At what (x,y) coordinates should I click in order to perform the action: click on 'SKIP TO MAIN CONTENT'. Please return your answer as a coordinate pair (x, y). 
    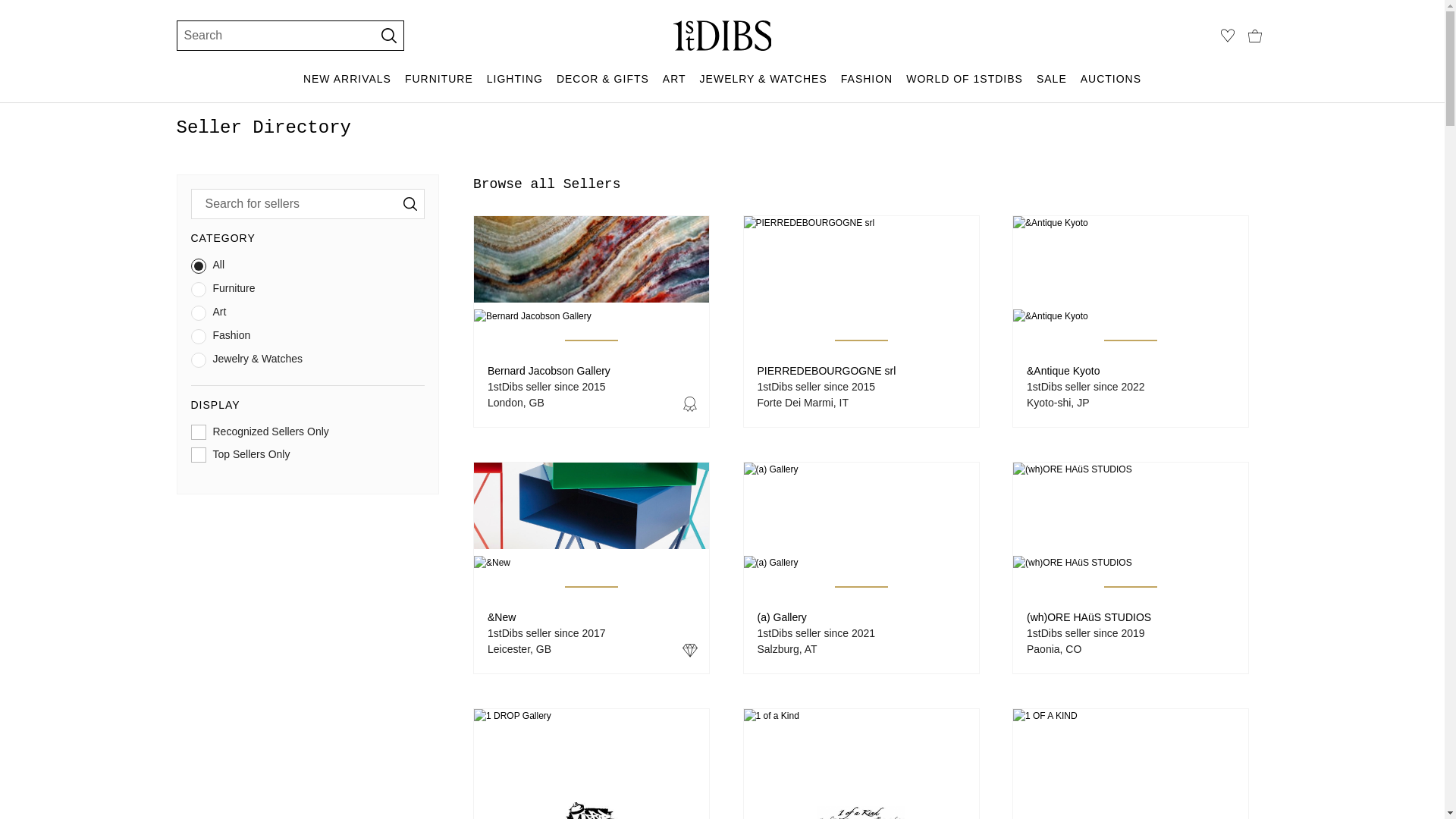
    Looking at the image, I should click on (6, 6).